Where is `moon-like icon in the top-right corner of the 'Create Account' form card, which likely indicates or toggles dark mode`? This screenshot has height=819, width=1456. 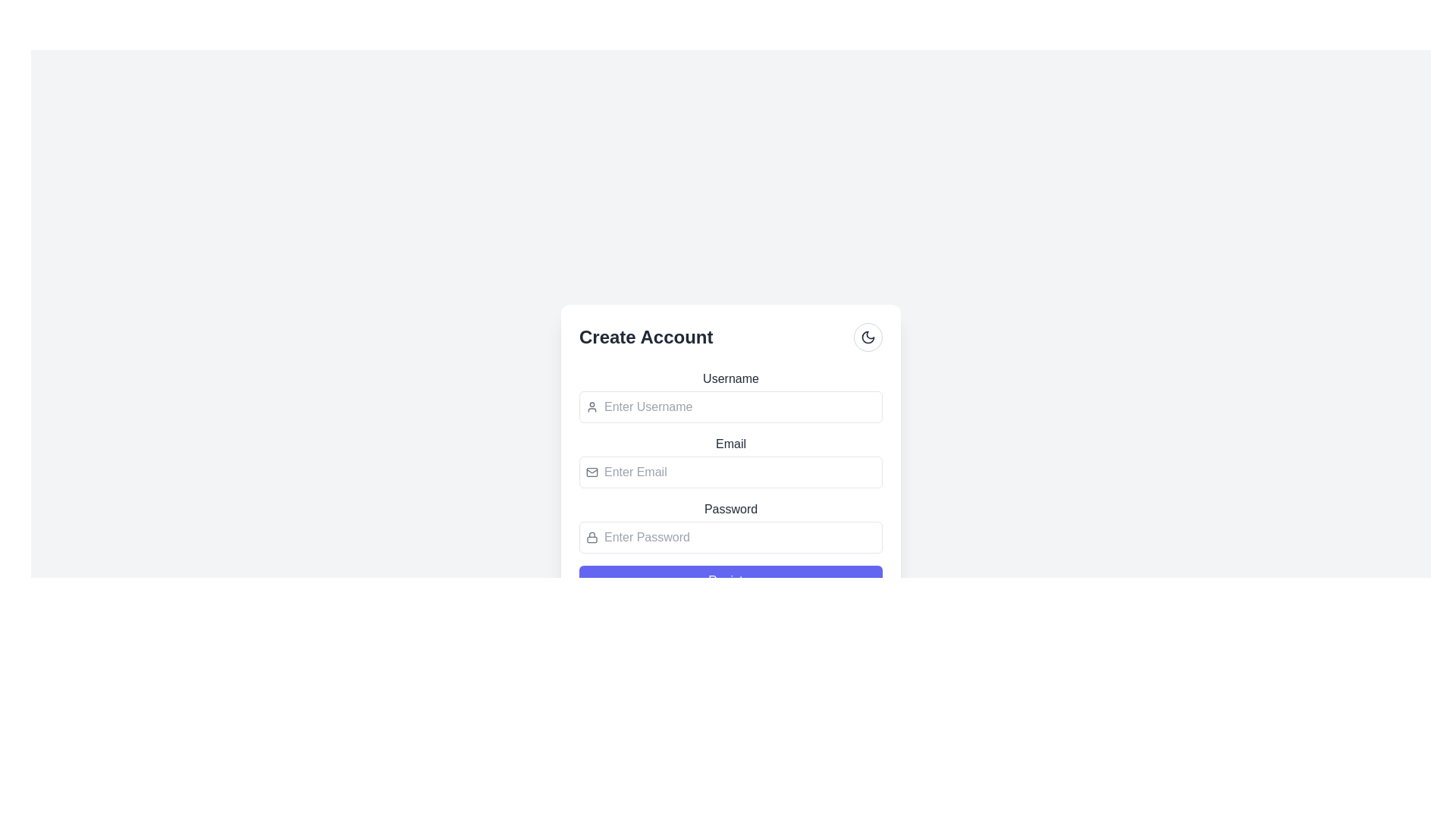 moon-like icon in the top-right corner of the 'Create Account' form card, which likely indicates or toggles dark mode is located at coordinates (868, 336).